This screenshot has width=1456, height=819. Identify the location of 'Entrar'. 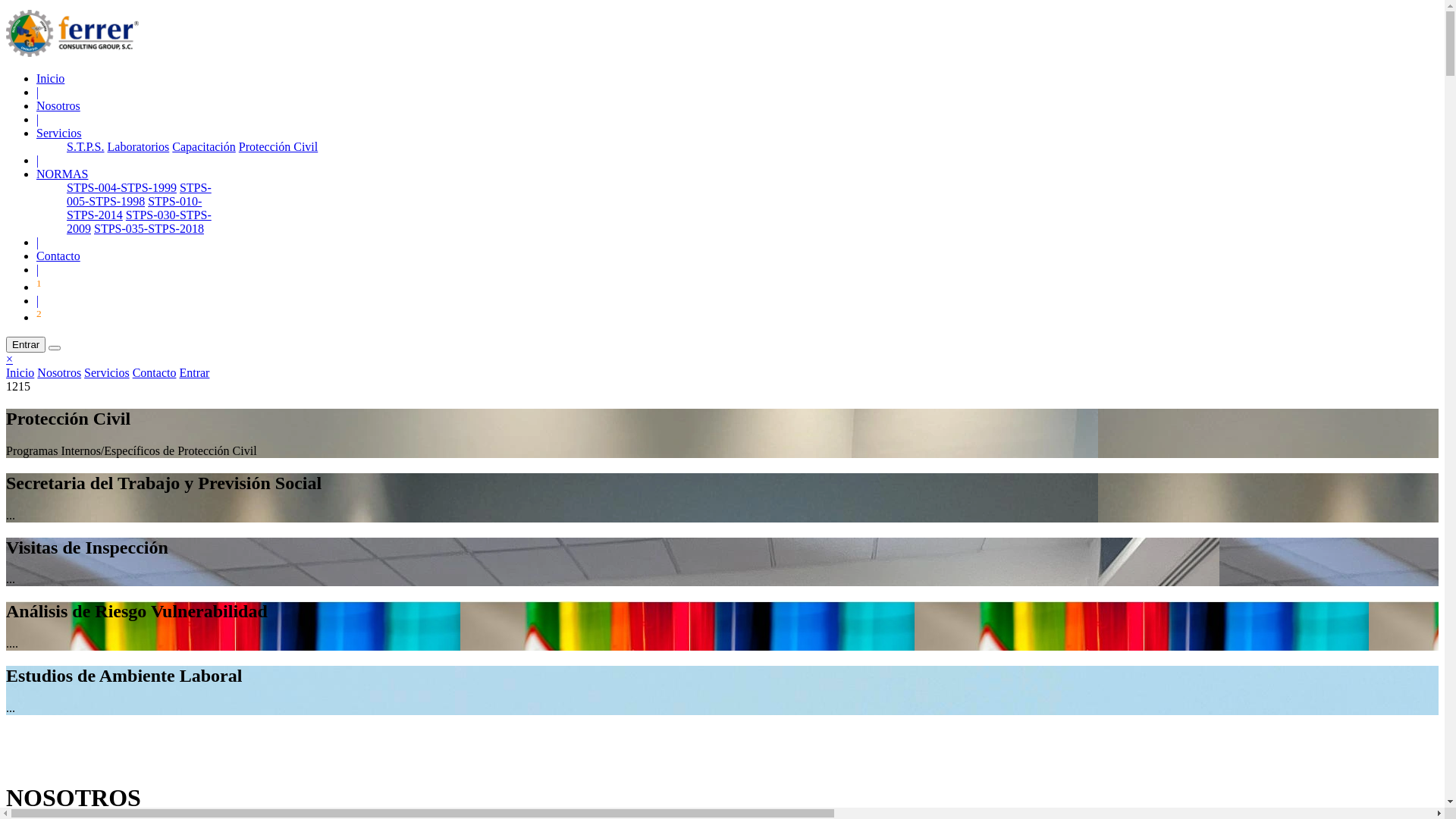
(25, 344).